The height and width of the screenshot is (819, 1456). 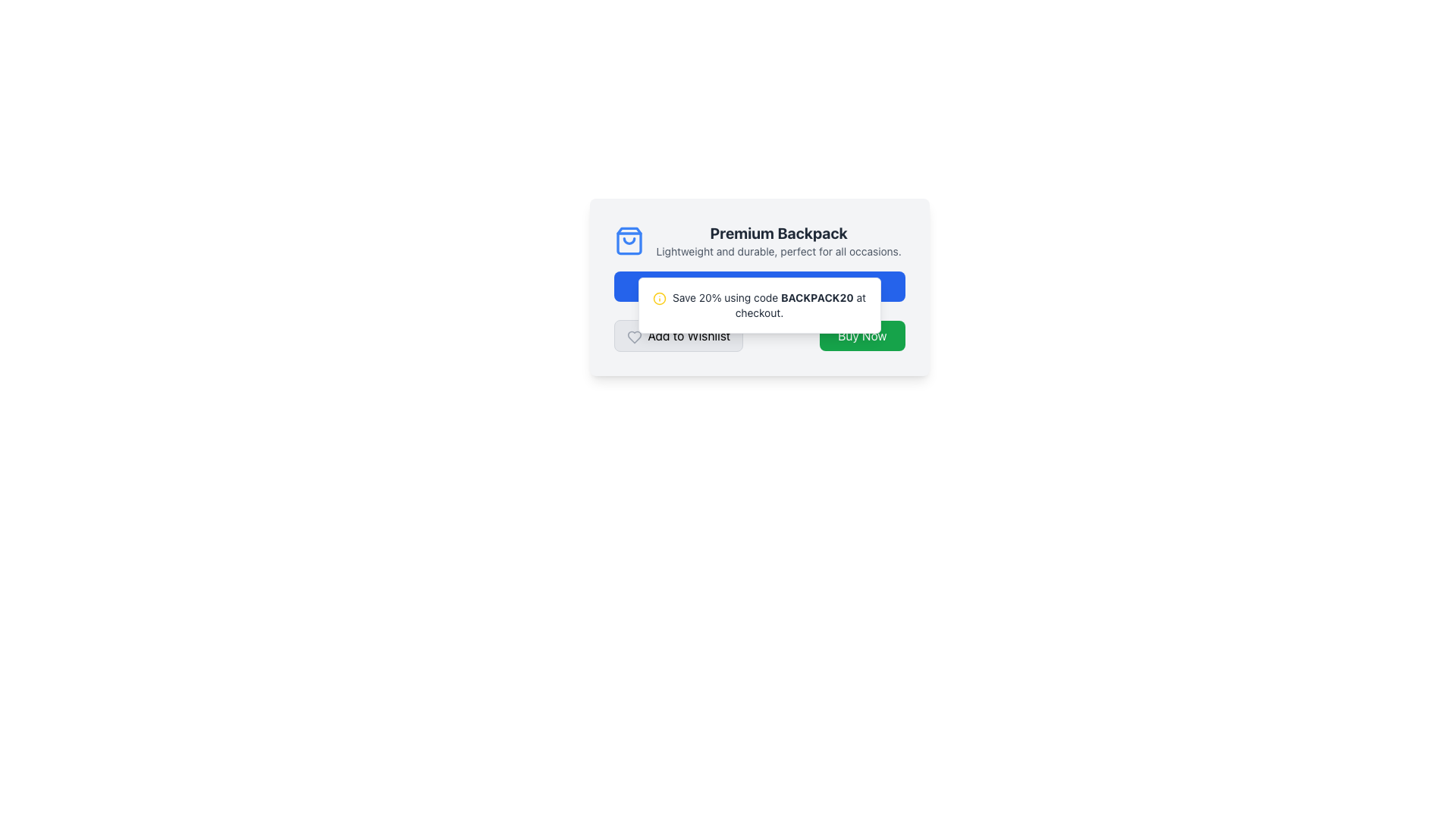 I want to click on product description text located directly beneath the 'Premium Backpack' header, which provides additional details about its features, so click(x=779, y=250).